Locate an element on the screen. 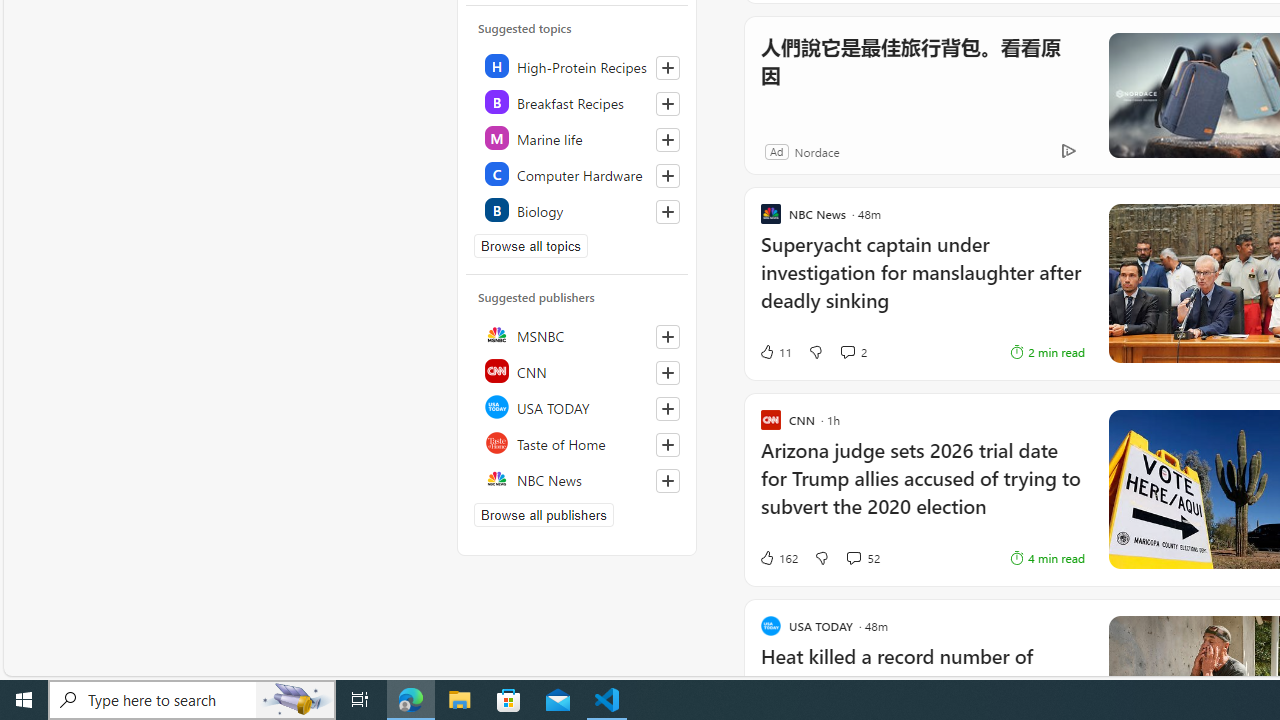  'Follow this topic' is located at coordinates (667, 212).